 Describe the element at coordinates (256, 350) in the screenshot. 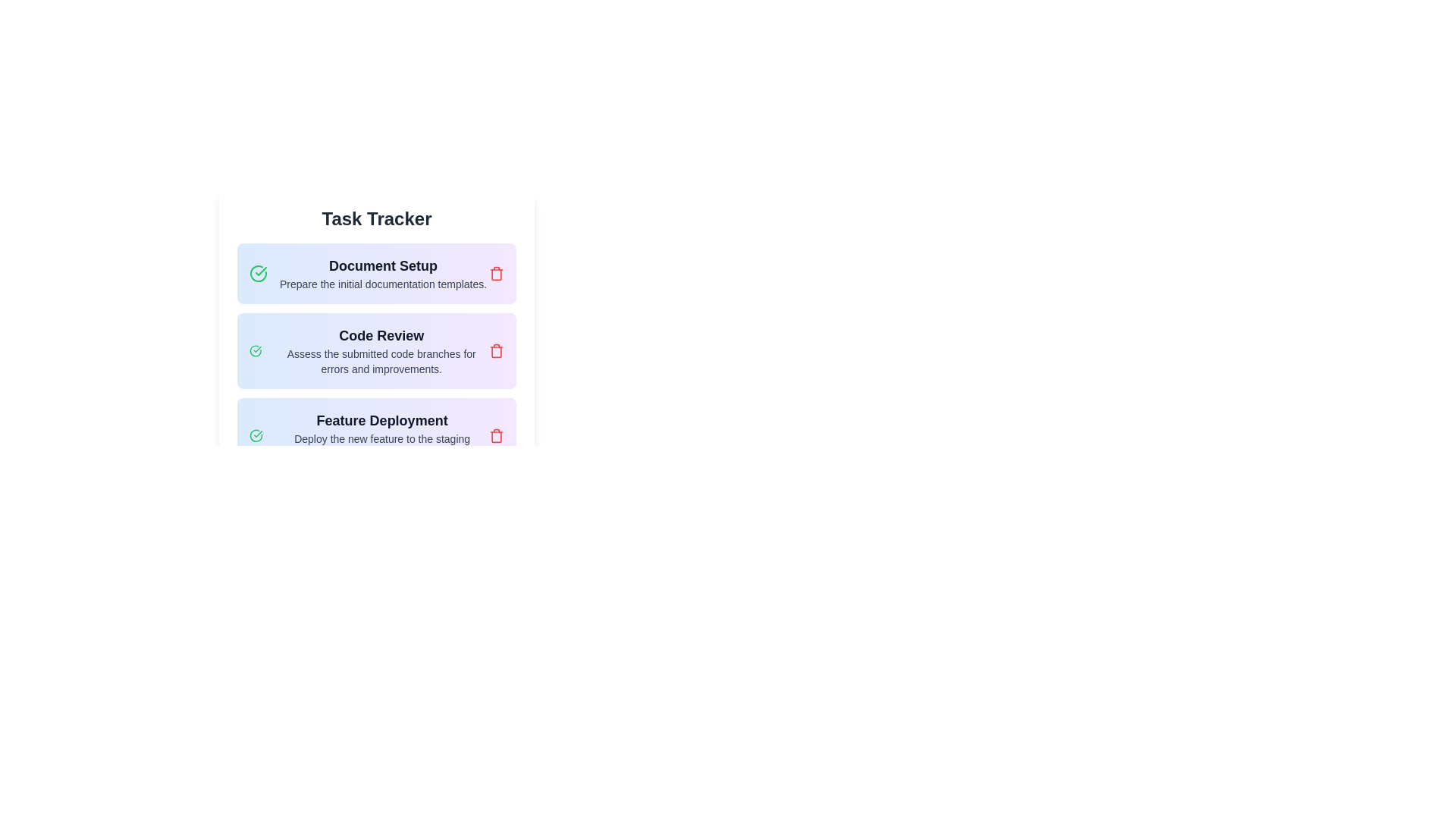

I see `the green checkmark icon within a circle located to the left of the 'Code Review' text in the 'Task Tracker' section` at that location.